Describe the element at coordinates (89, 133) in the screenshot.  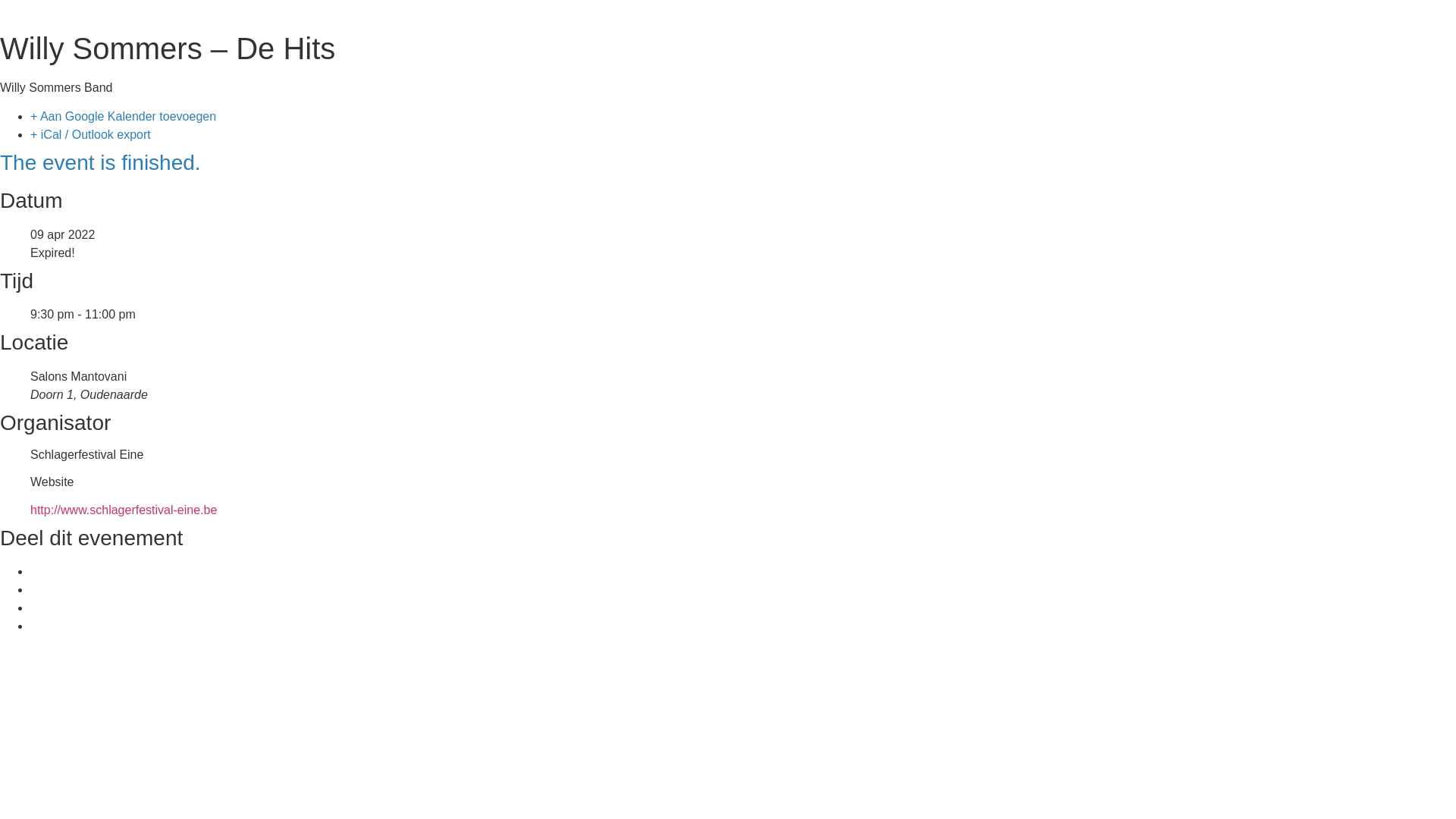
I see `'+ iCal / Outlook export'` at that location.